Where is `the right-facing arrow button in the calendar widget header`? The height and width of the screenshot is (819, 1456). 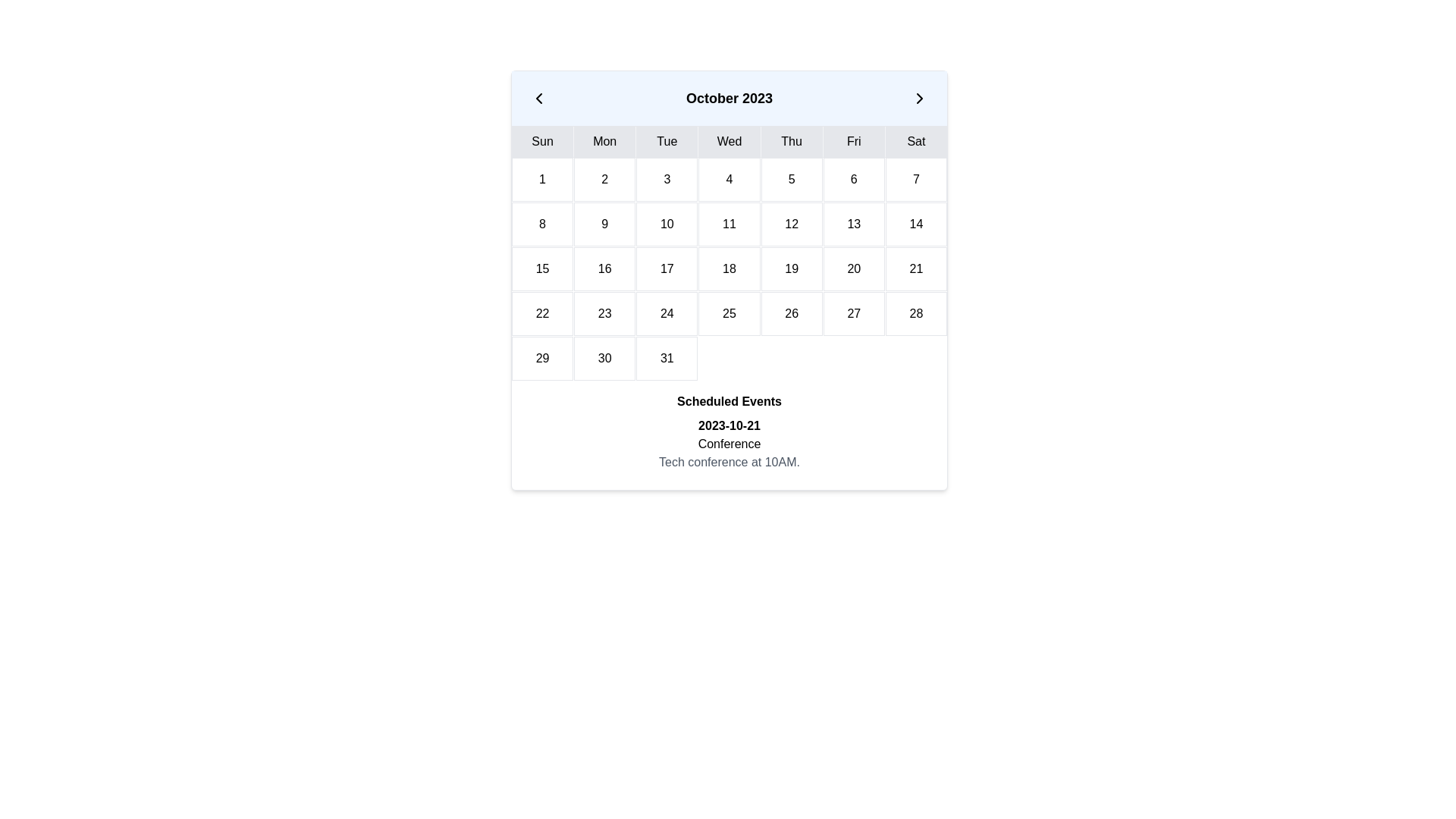 the right-facing arrow button in the calendar widget header is located at coordinates (919, 99).